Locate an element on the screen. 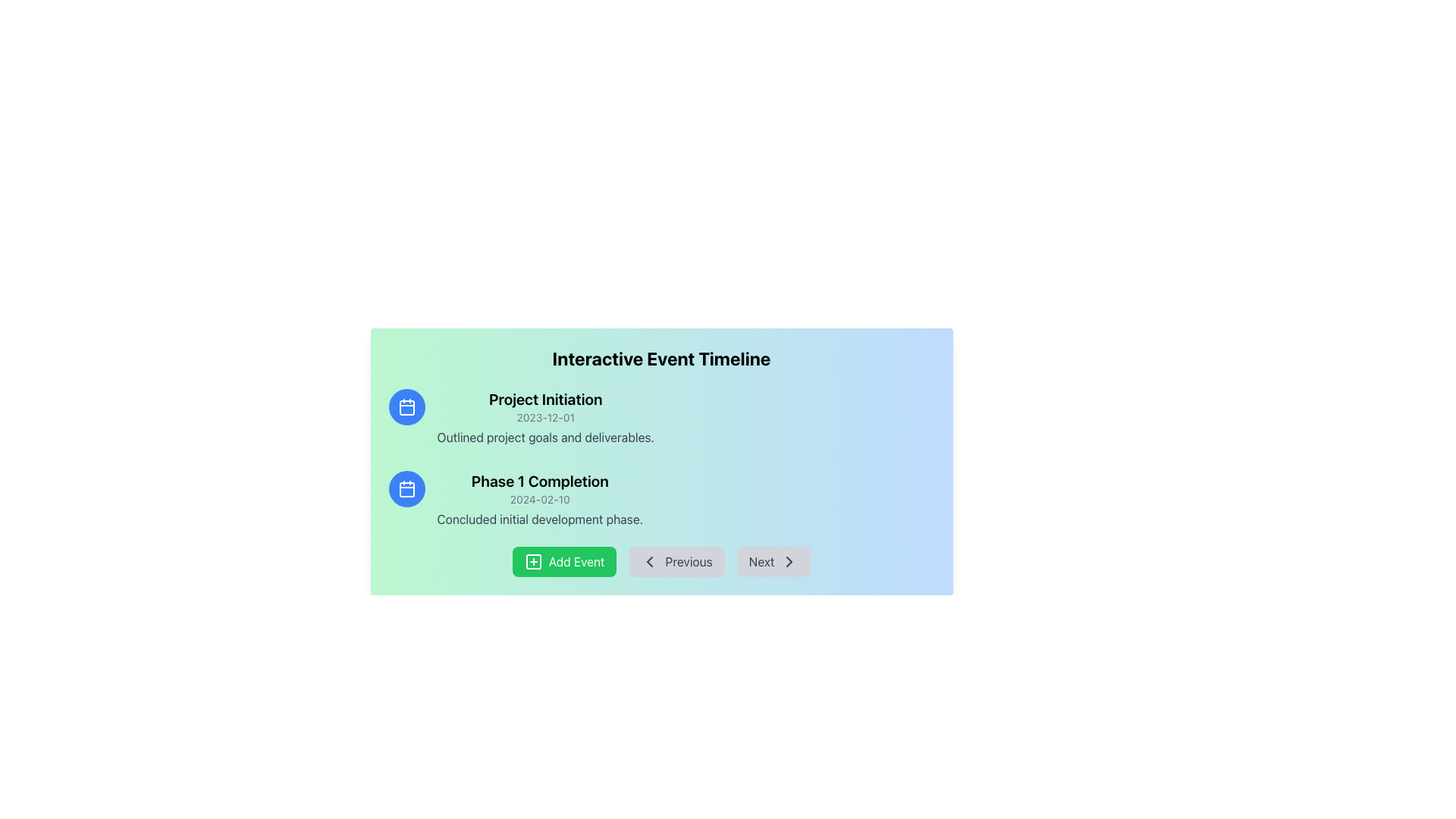 The image size is (1456, 819). the navigation button located at the bottom-right corner of the interface to advance to the next page is located at coordinates (773, 561).